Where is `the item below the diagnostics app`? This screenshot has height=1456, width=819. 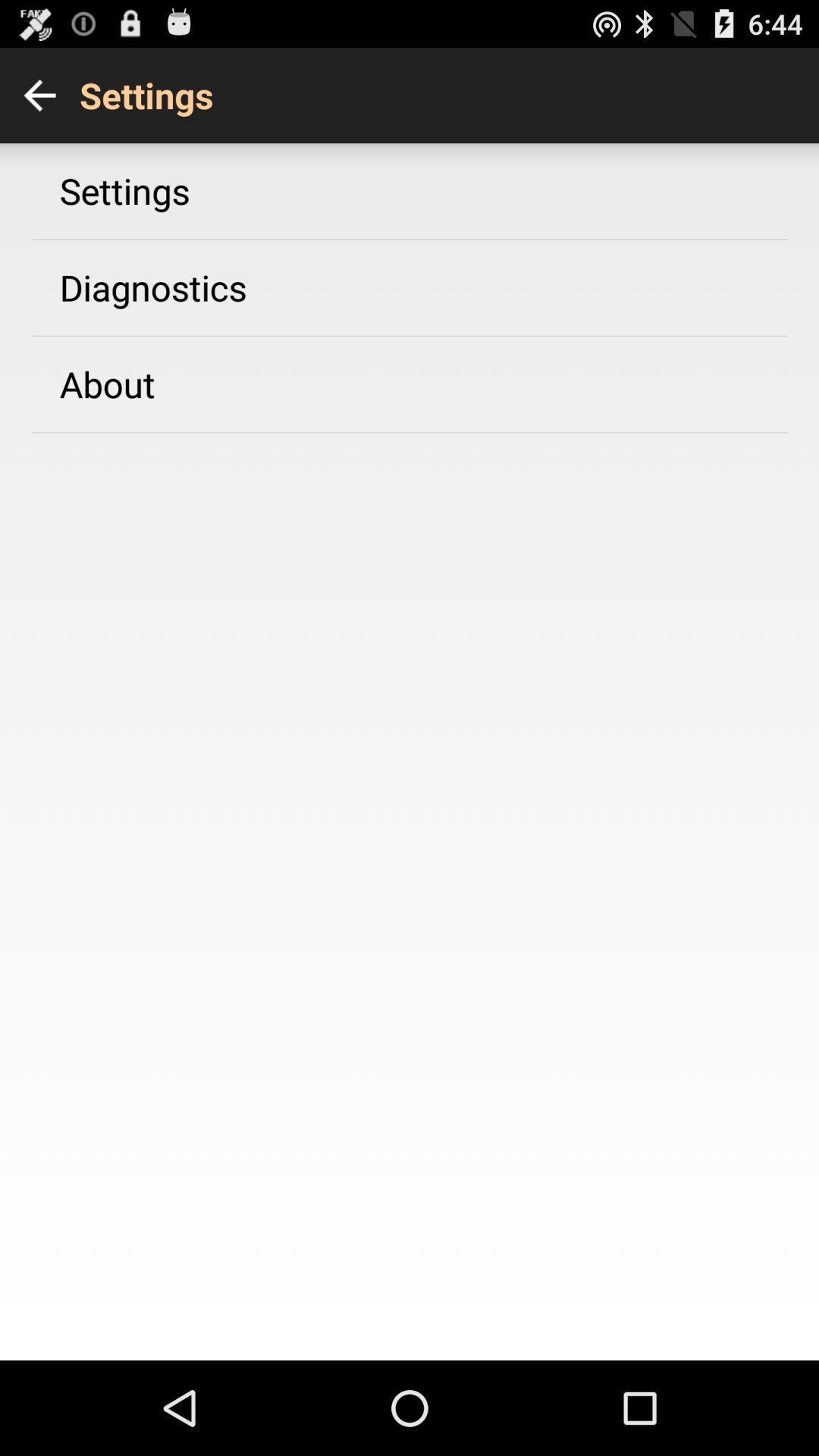 the item below the diagnostics app is located at coordinates (106, 384).